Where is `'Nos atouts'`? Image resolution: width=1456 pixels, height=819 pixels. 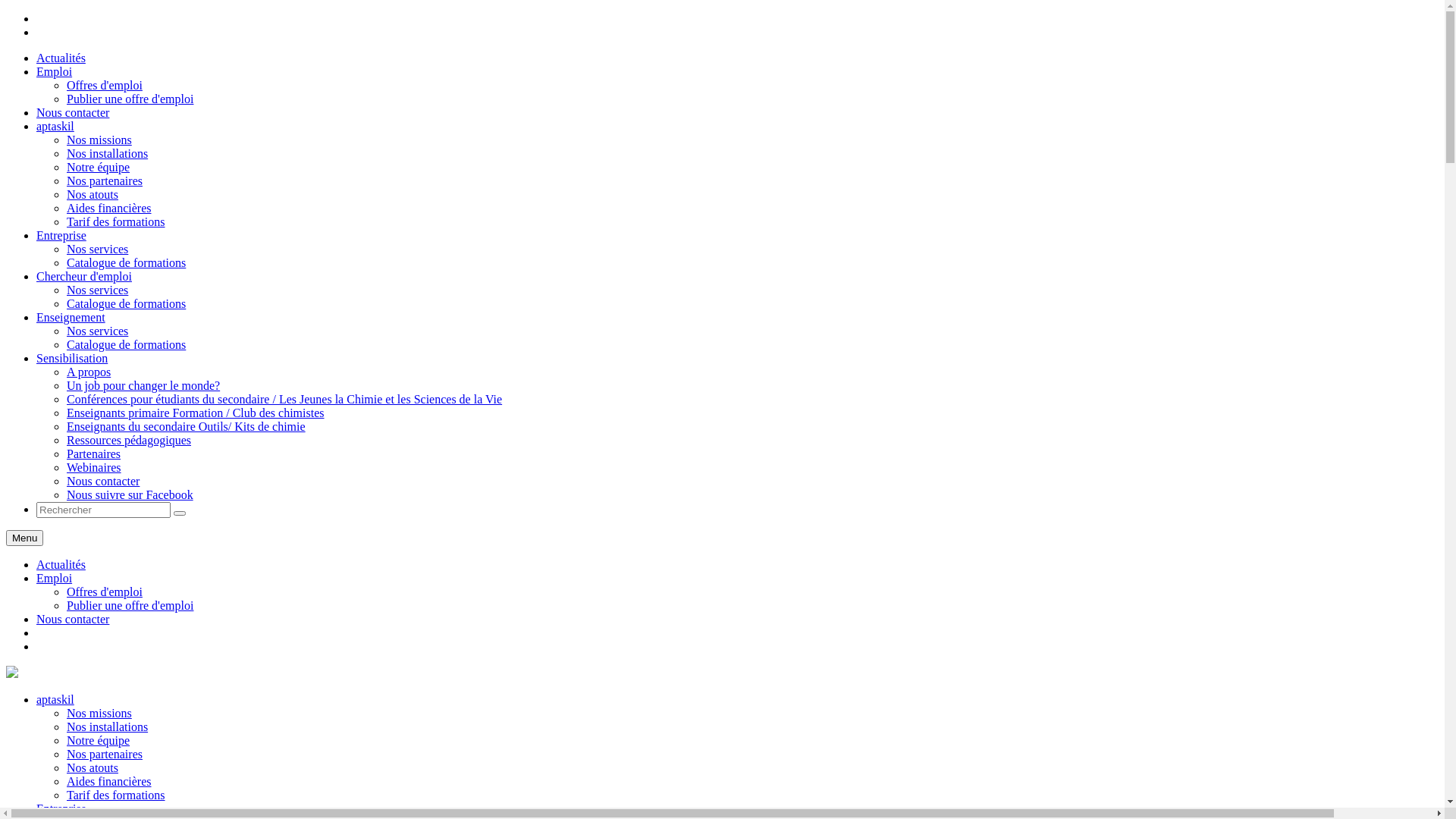
'Nos atouts' is located at coordinates (91, 767).